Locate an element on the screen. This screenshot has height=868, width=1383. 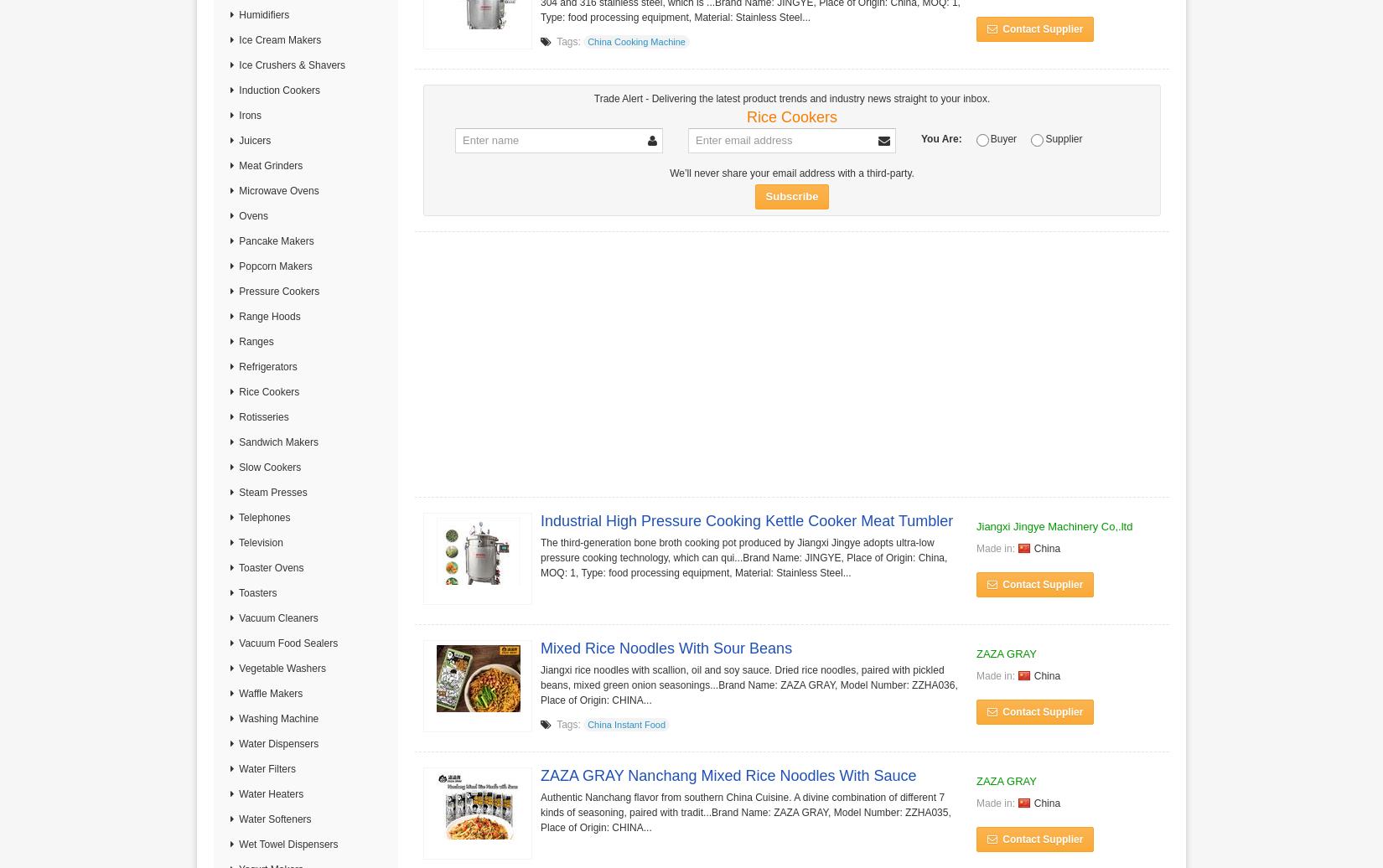
'Popcorn Makers' is located at coordinates (274, 266).